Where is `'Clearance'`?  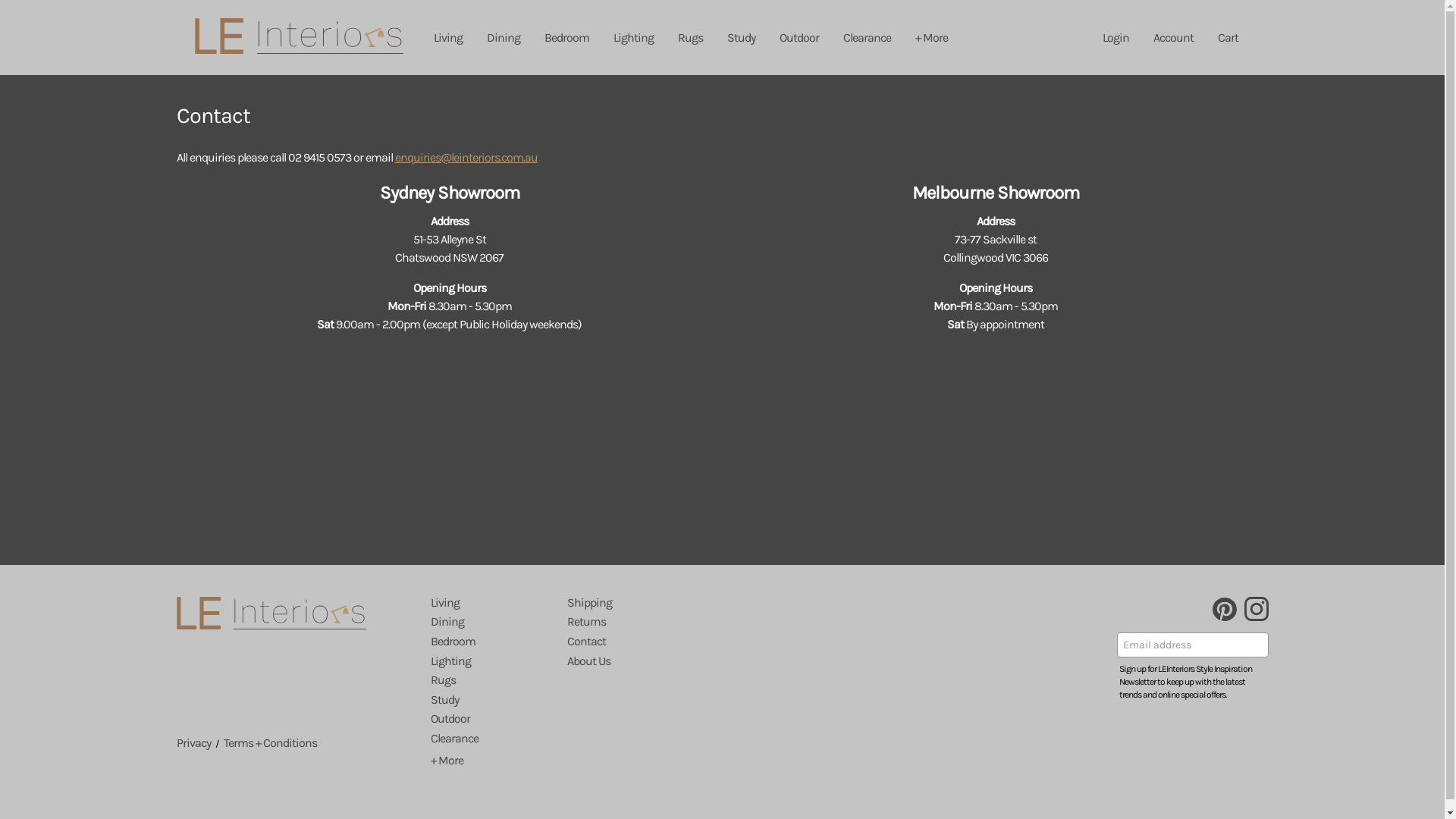
'Clearance' is located at coordinates (453, 737).